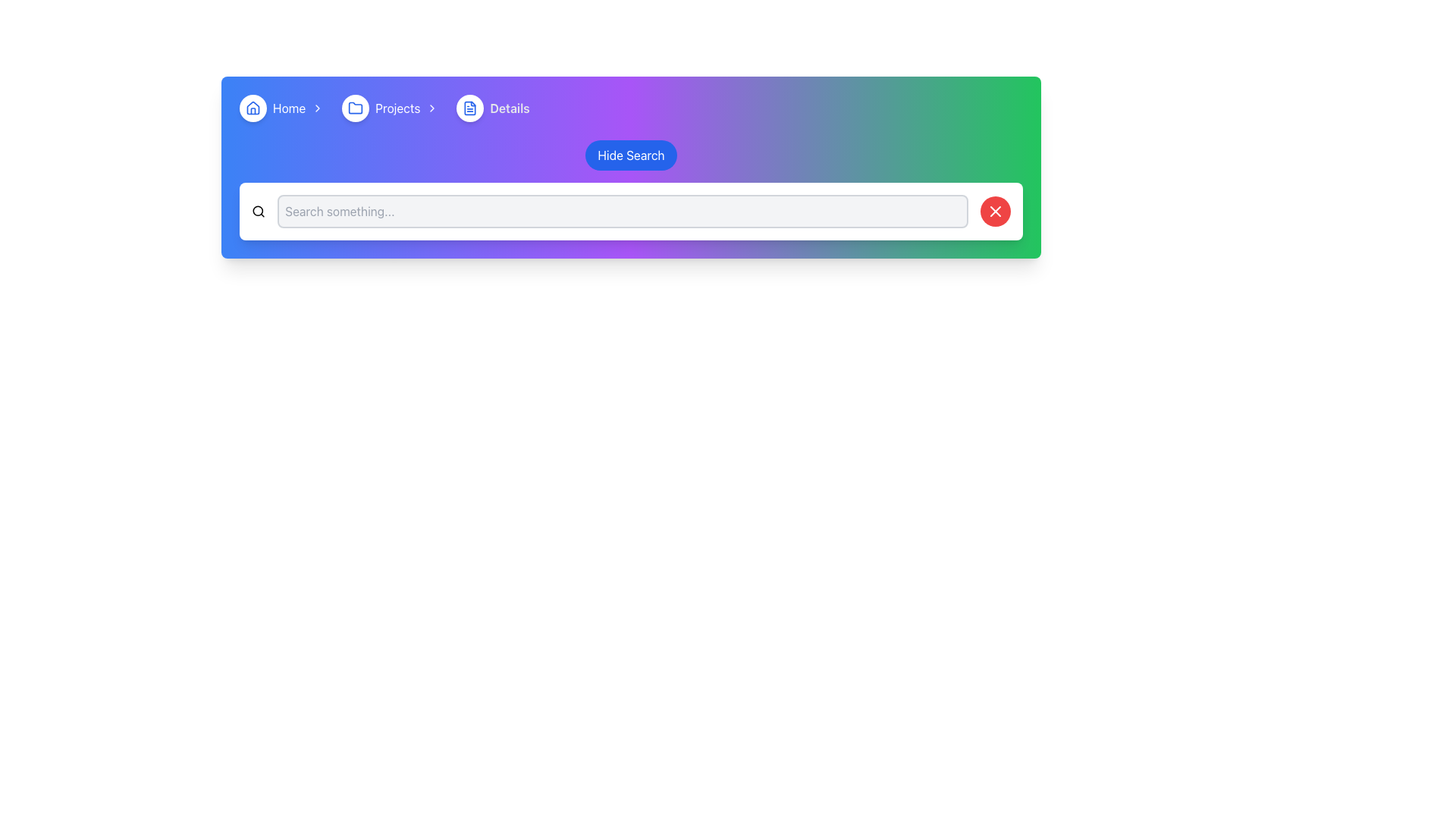  I want to click on the round icon button with a blue border and a white interior containing a house icon, so click(253, 107).